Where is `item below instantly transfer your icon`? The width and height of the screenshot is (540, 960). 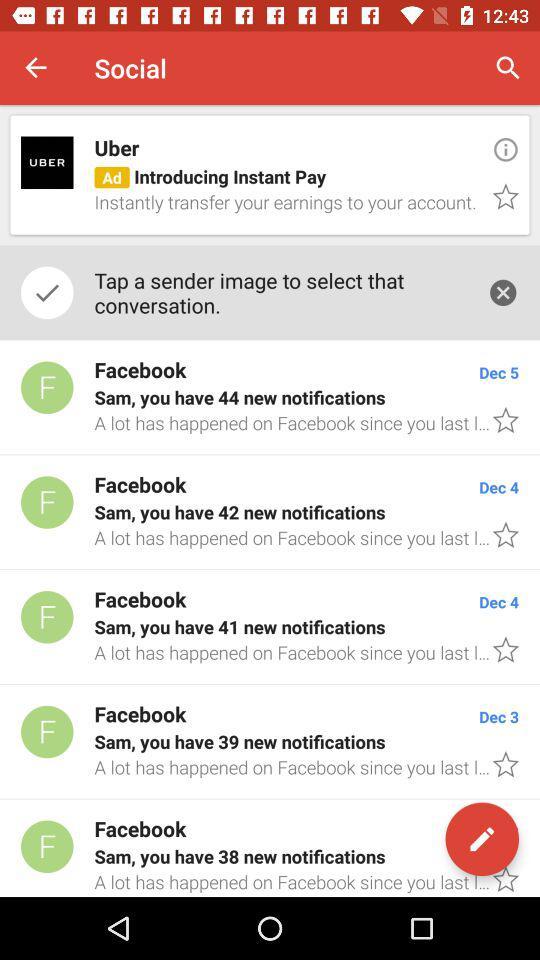 item below instantly transfer your icon is located at coordinates (279, 291).